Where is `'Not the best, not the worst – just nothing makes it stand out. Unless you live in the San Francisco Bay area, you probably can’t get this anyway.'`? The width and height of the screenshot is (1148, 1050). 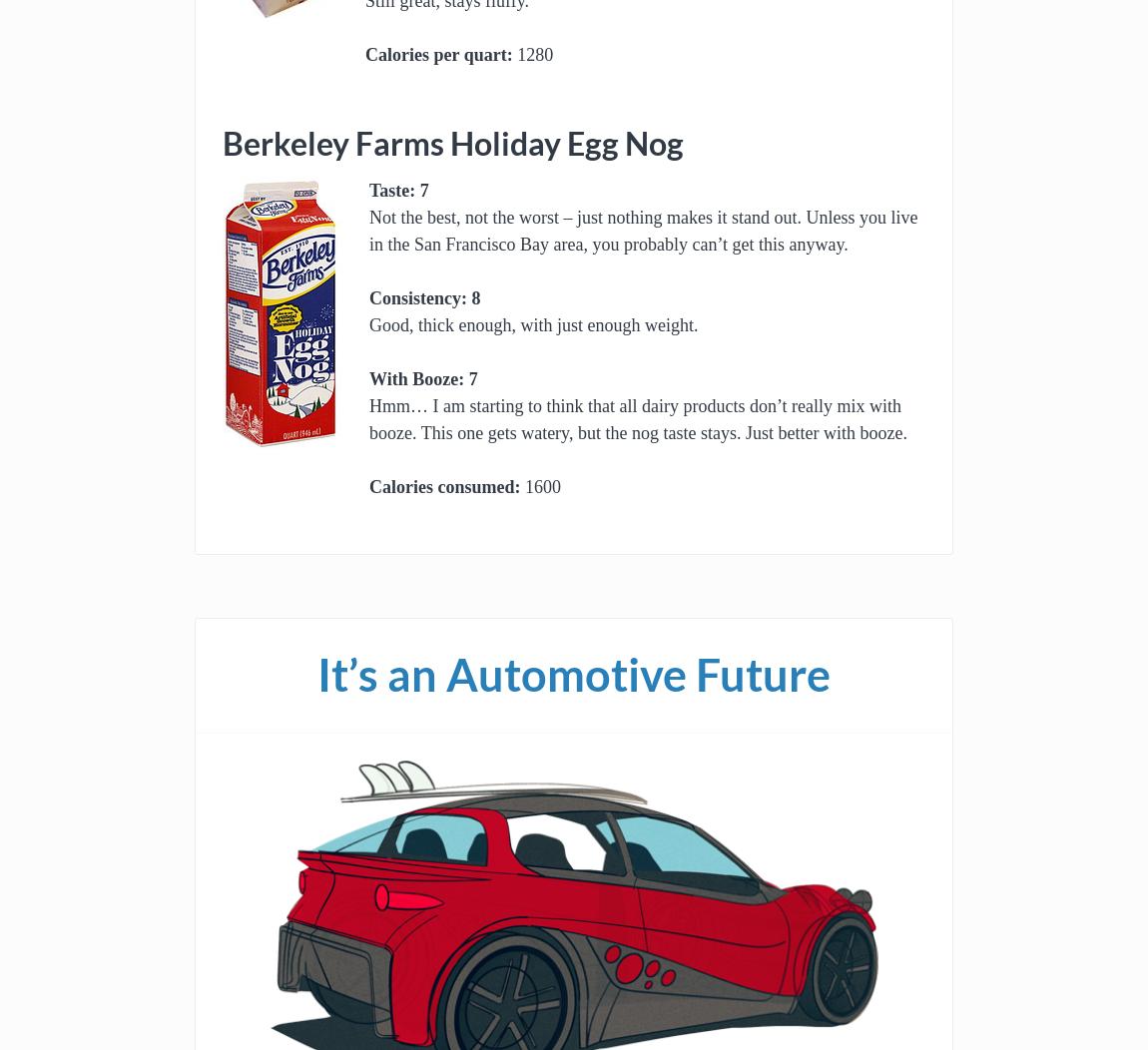
'Not the best, not the worst – just nothing makes it stand out. Unless you live in the San Francisco Bay area, you probably can’t get this anyway.' is located at coordinates (642, 230).